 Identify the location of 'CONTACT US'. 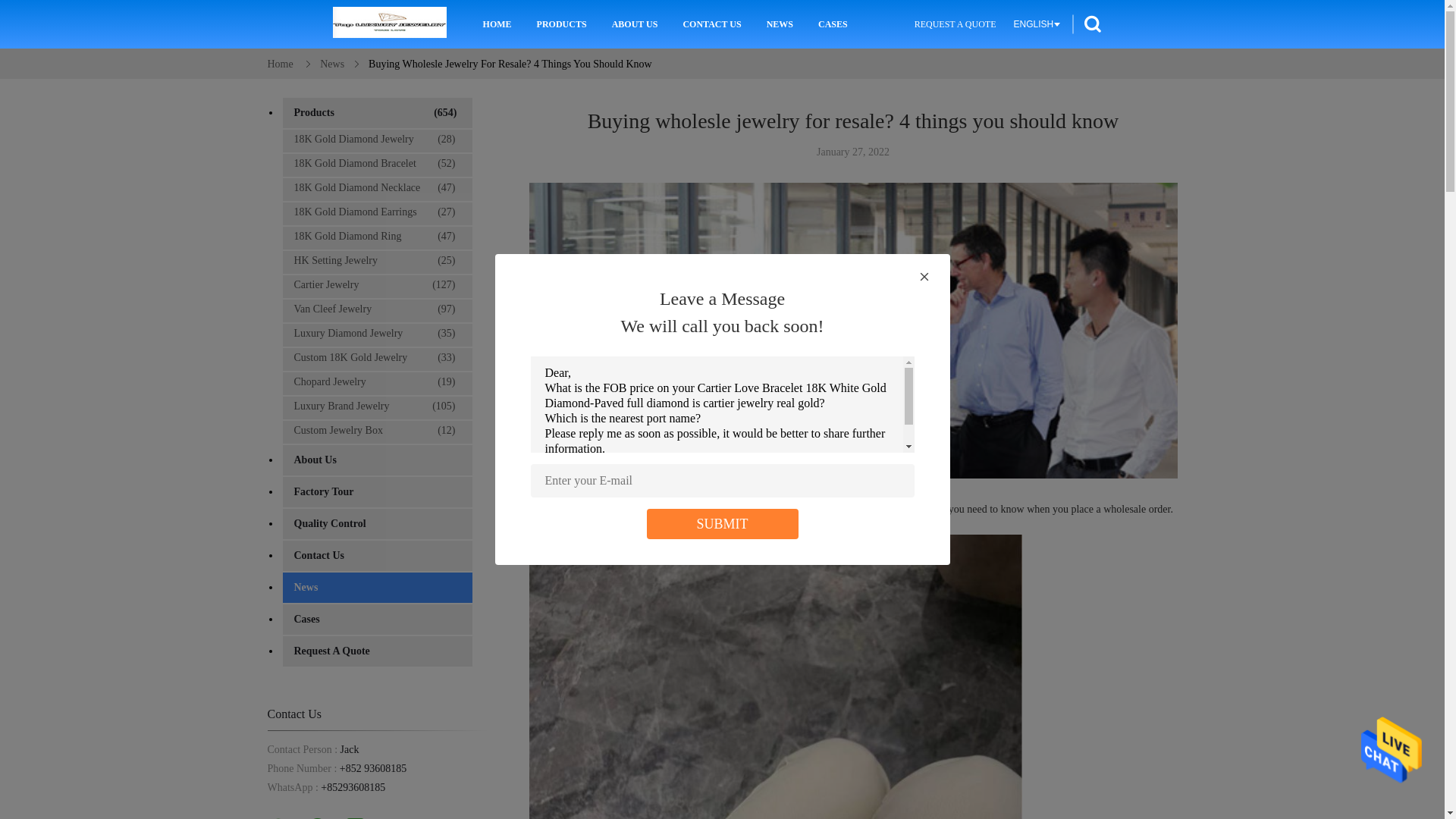
(711, 24).